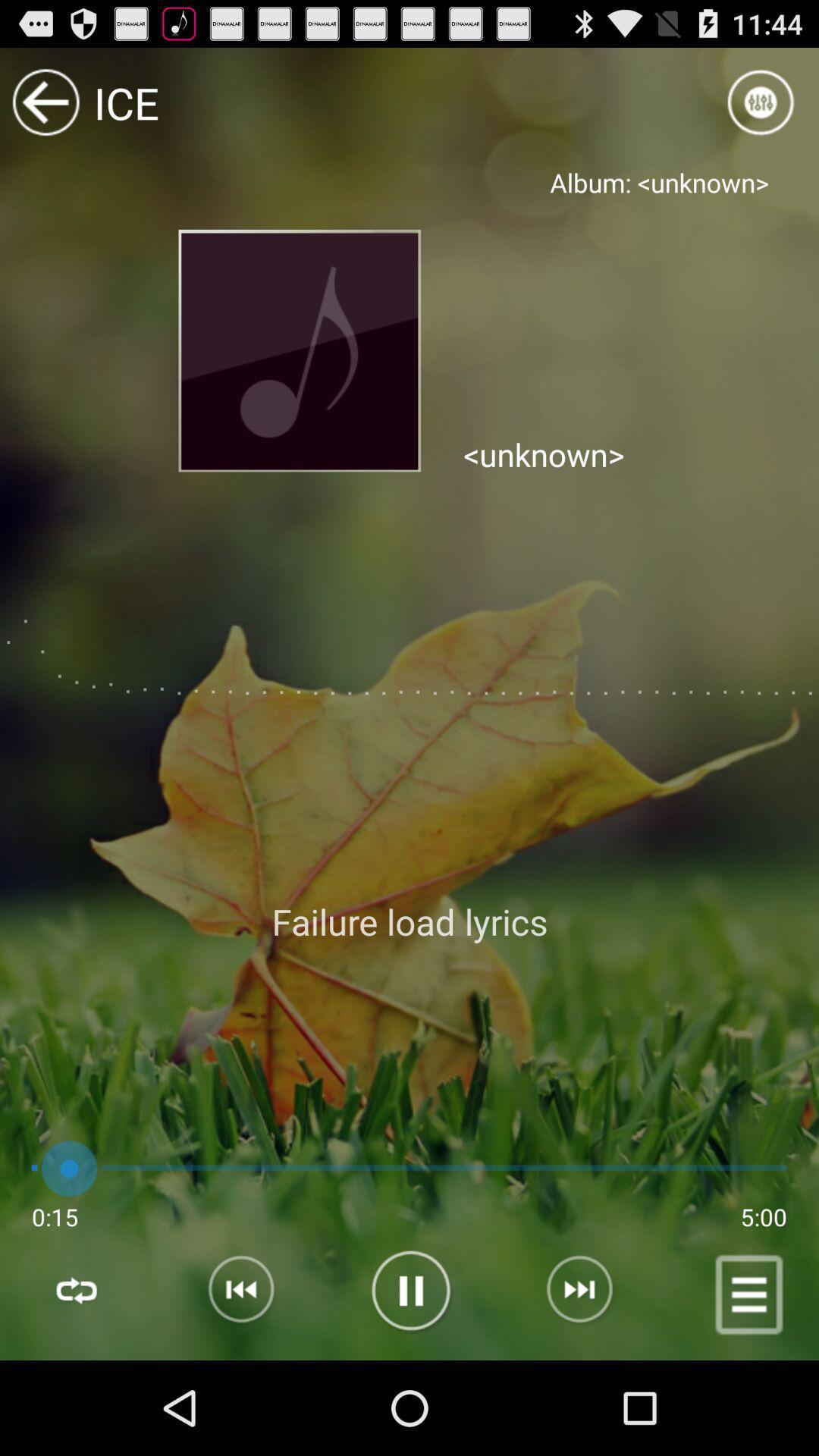 The image size is (819, 1456). Describe the element at coordinates (408, 1388) in the screenshot. I see `the pause icon` at that location.